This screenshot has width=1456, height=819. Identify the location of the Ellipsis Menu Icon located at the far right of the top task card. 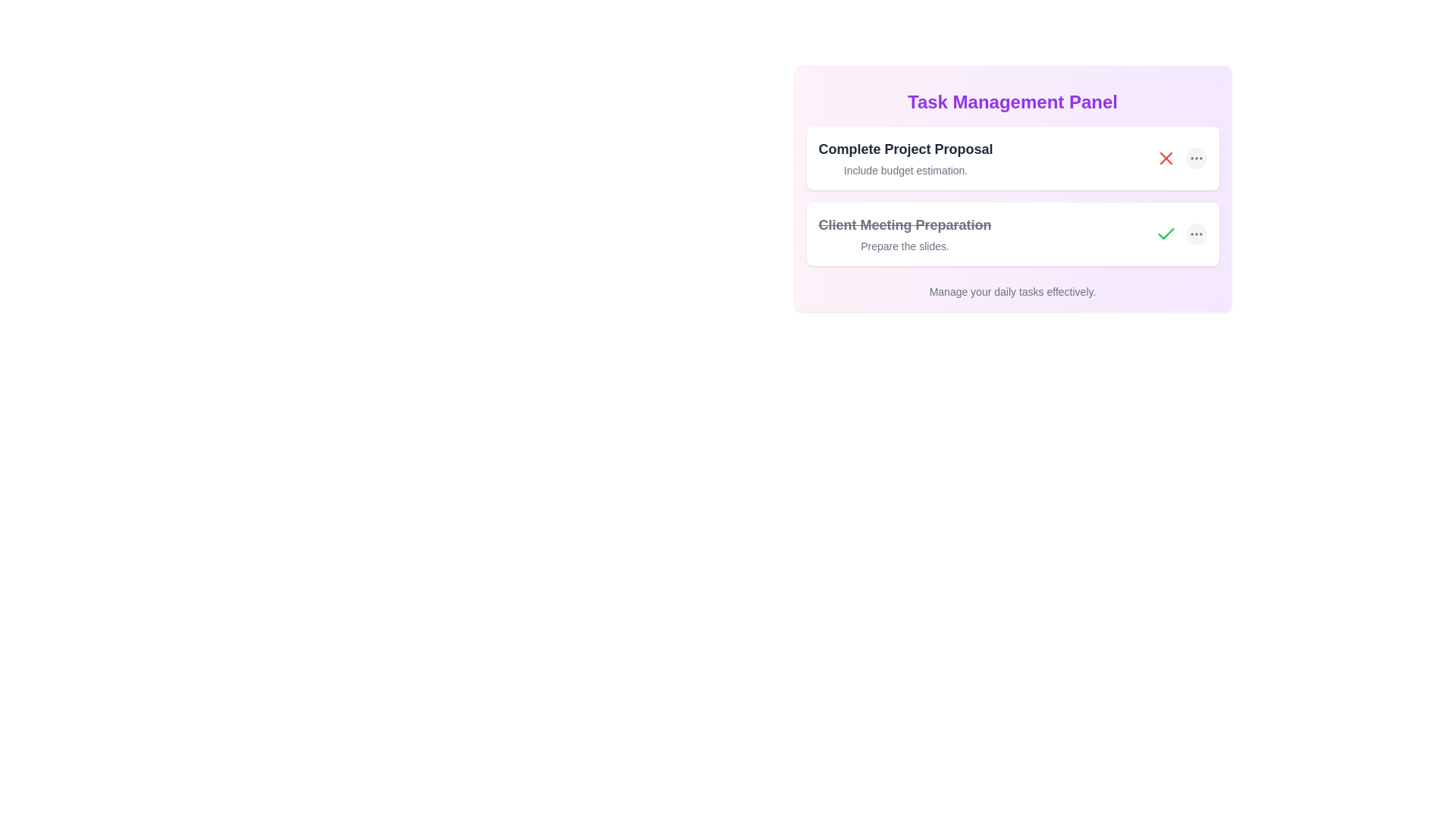
(1195, 234).